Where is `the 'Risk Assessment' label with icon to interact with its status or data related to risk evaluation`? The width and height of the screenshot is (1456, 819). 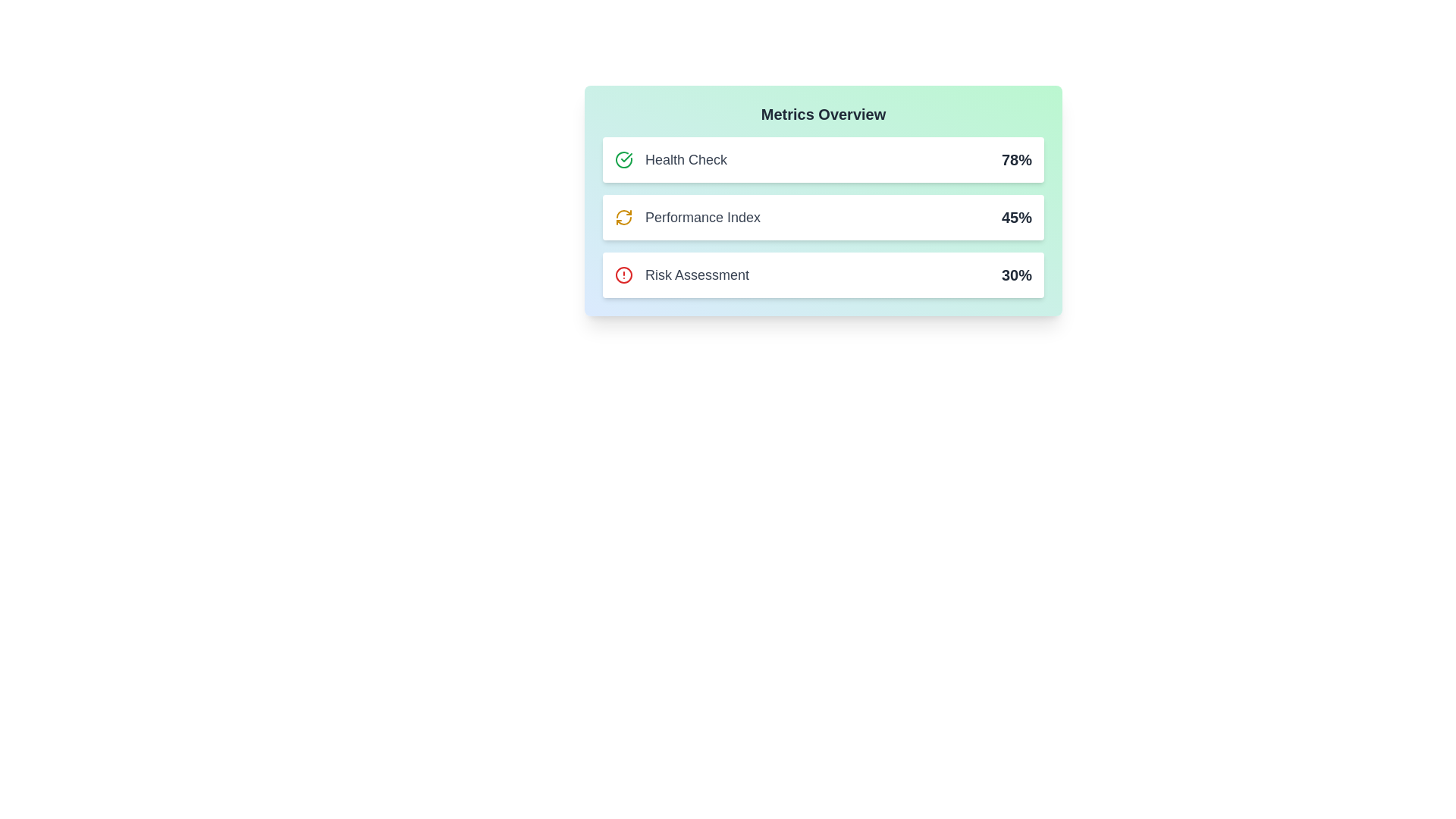 the 'Risk Assessment' label with icon to interact with its status or data related to risk evaluation is located at coordinates (681, 275).